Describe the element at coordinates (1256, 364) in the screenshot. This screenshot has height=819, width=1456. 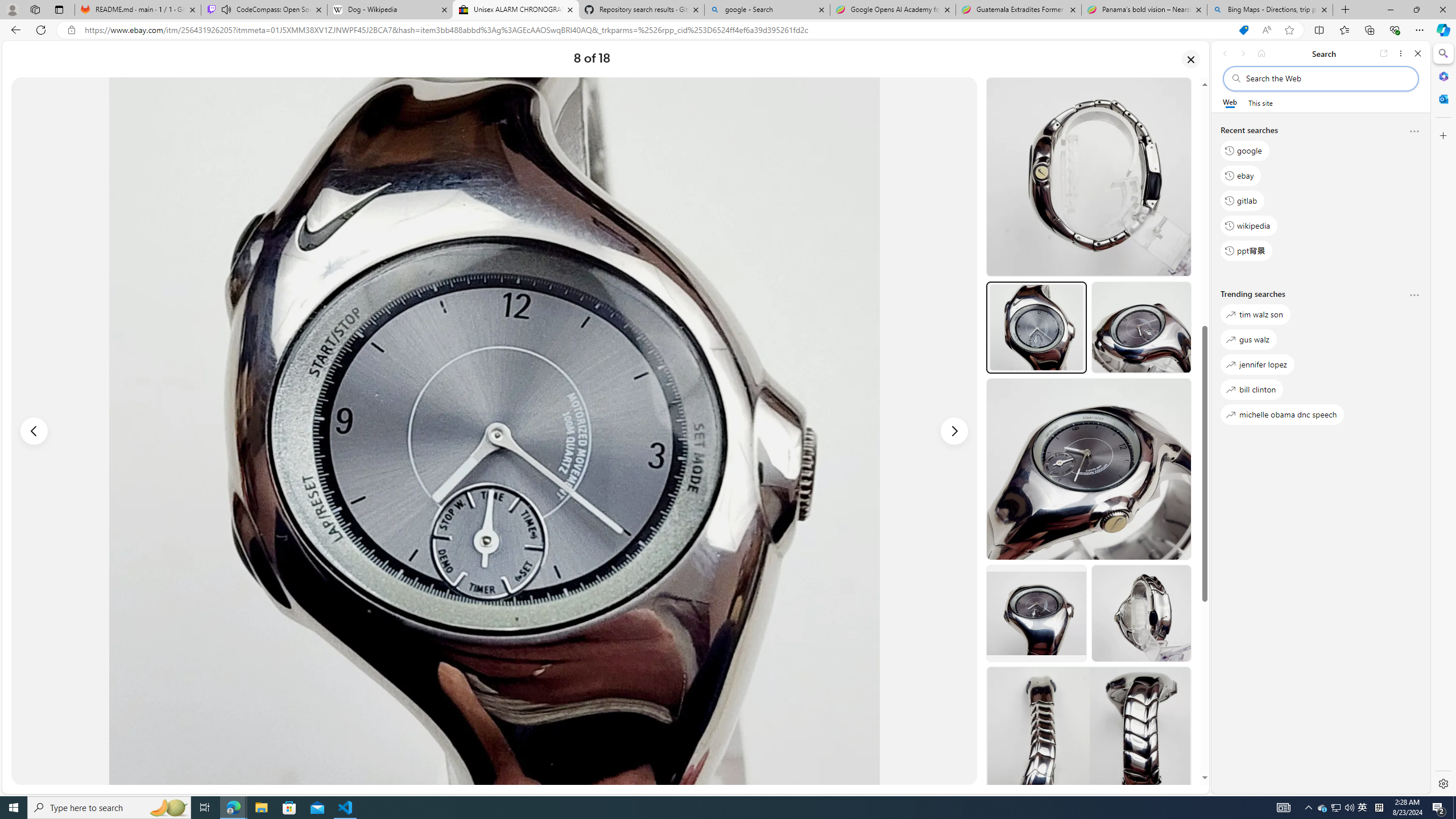
I see `'jennifer lopez'` at that location.